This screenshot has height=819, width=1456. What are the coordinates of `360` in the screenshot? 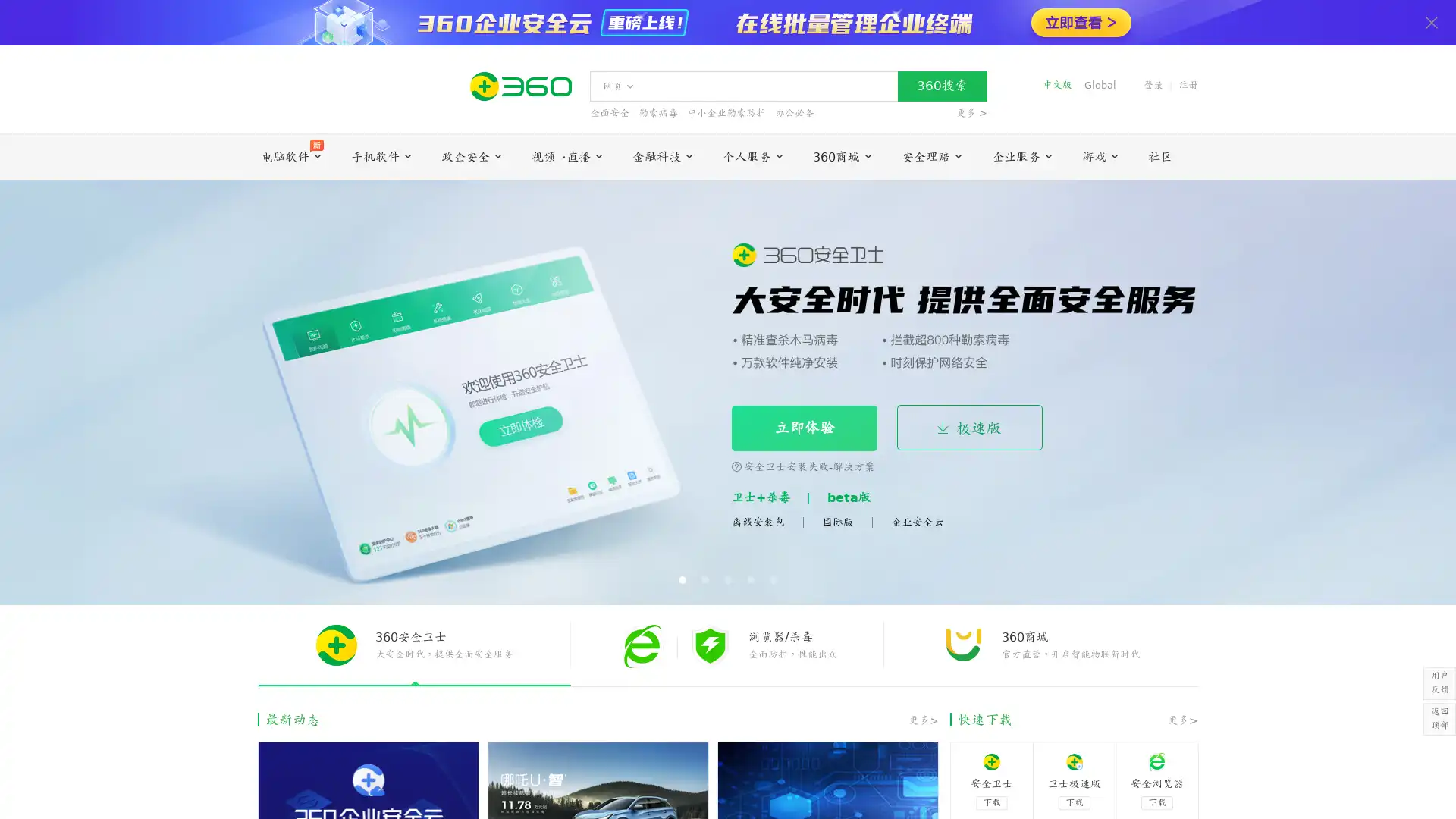 It's located at (941, 86).